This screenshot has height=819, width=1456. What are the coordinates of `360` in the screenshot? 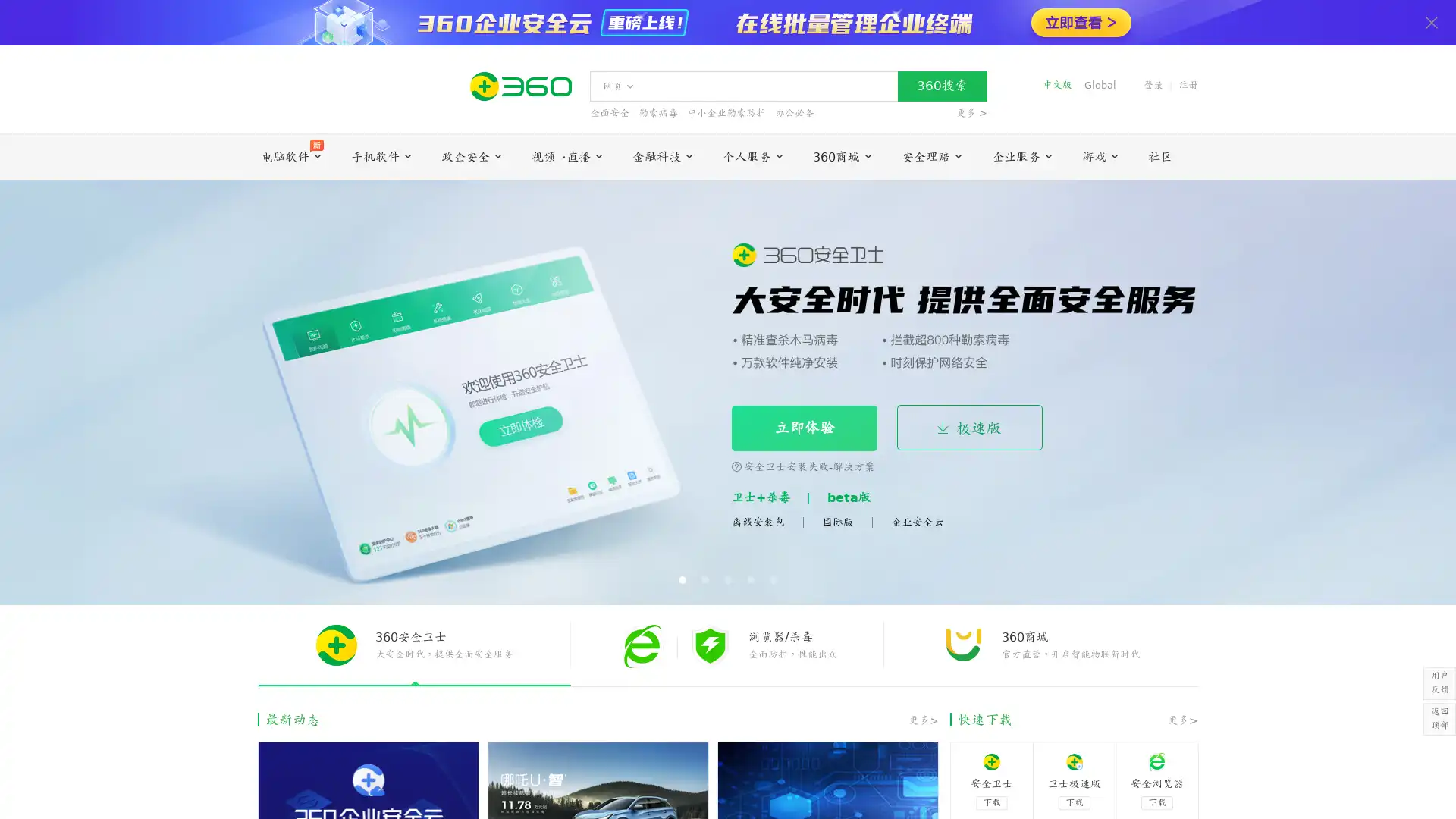 It's located at (941, 86).